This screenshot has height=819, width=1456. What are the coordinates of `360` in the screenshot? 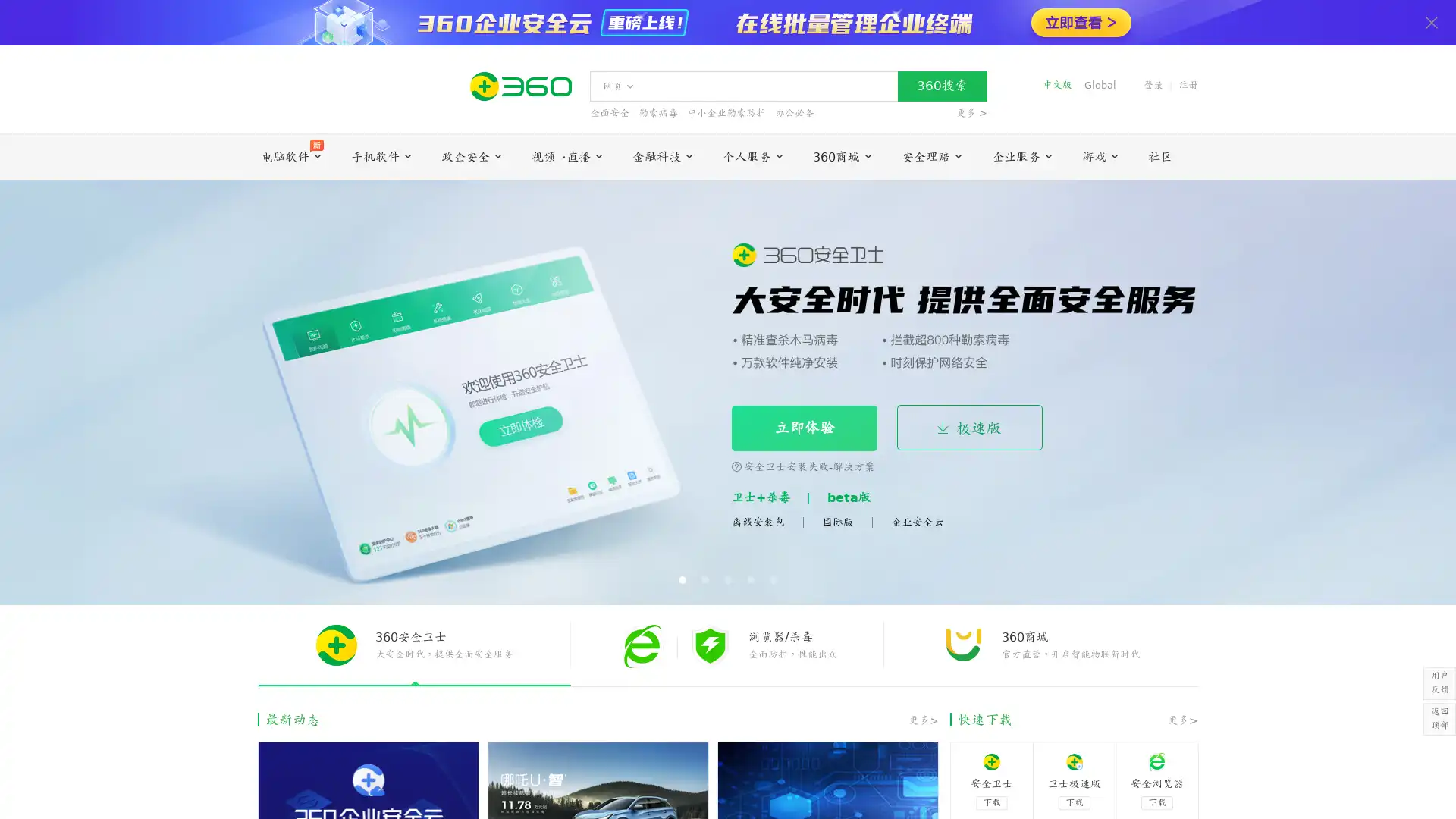 It's located at (941, 86).